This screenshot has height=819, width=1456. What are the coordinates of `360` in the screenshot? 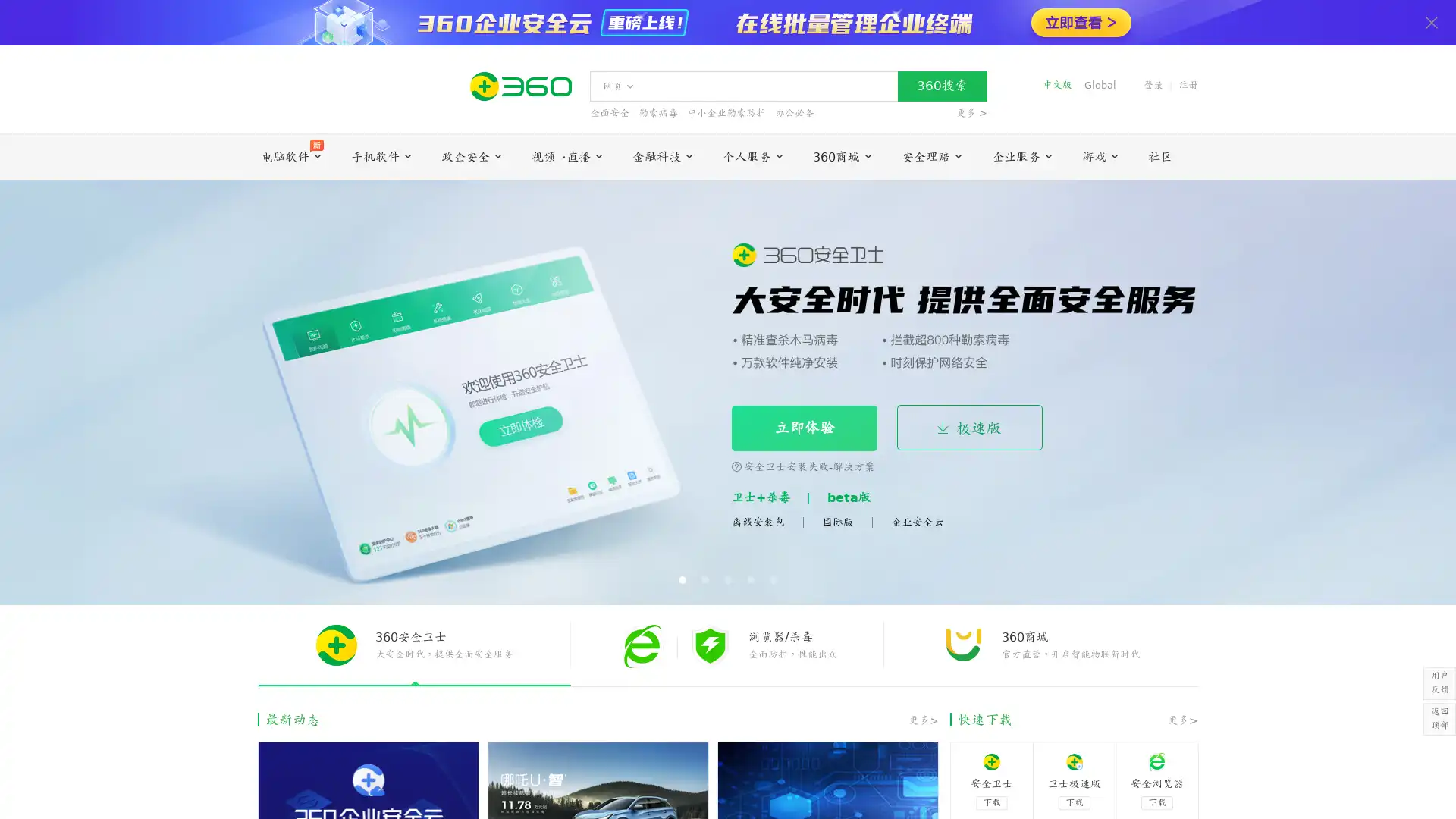 It's located at (941, 86).